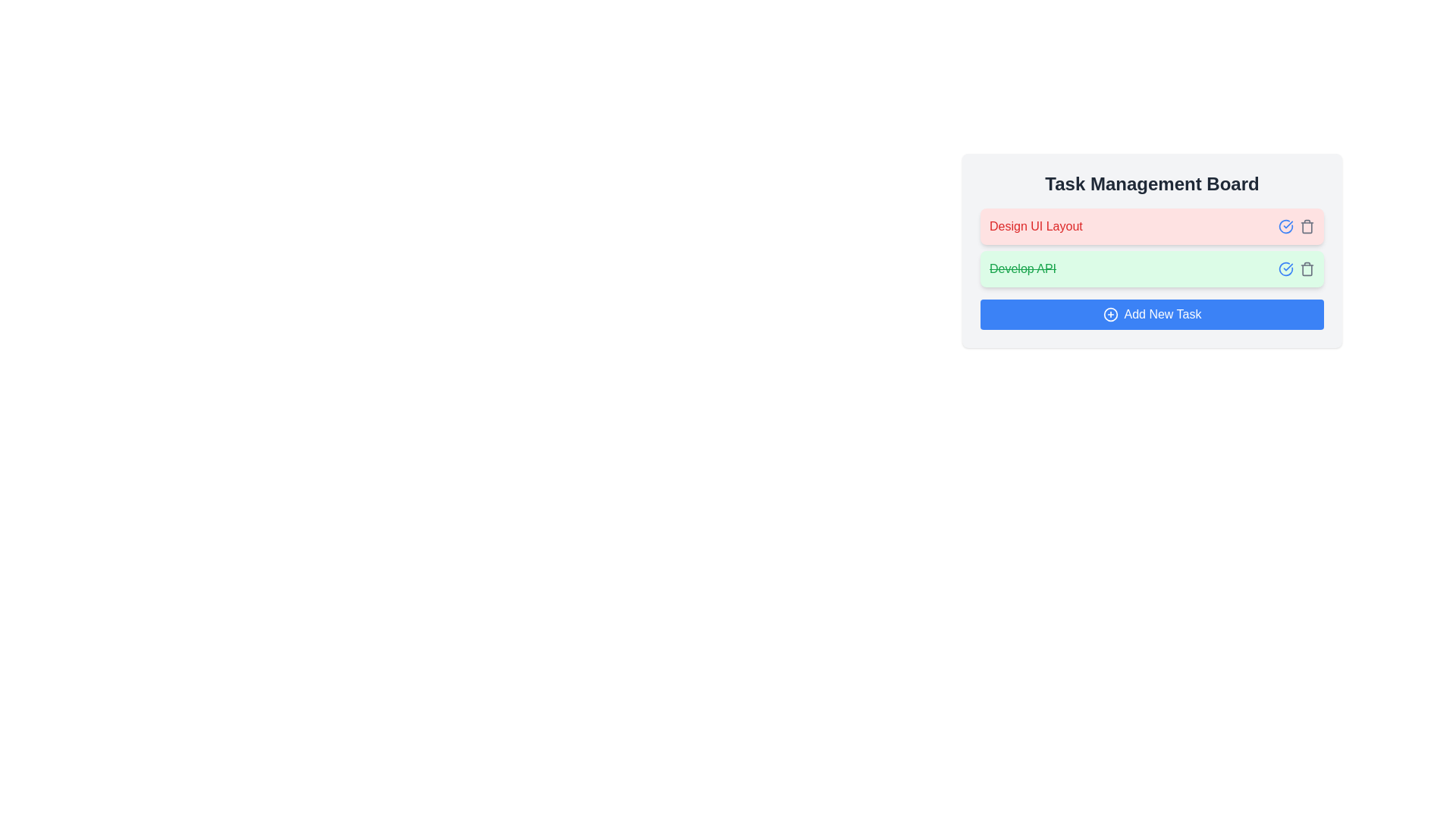 This screenshot has width=1456, height=819. I want to click on the 'Add New Task' icon located on the left side inside the 'Add New Task' button at the bottom of the task board interface, so click(1110, 314).